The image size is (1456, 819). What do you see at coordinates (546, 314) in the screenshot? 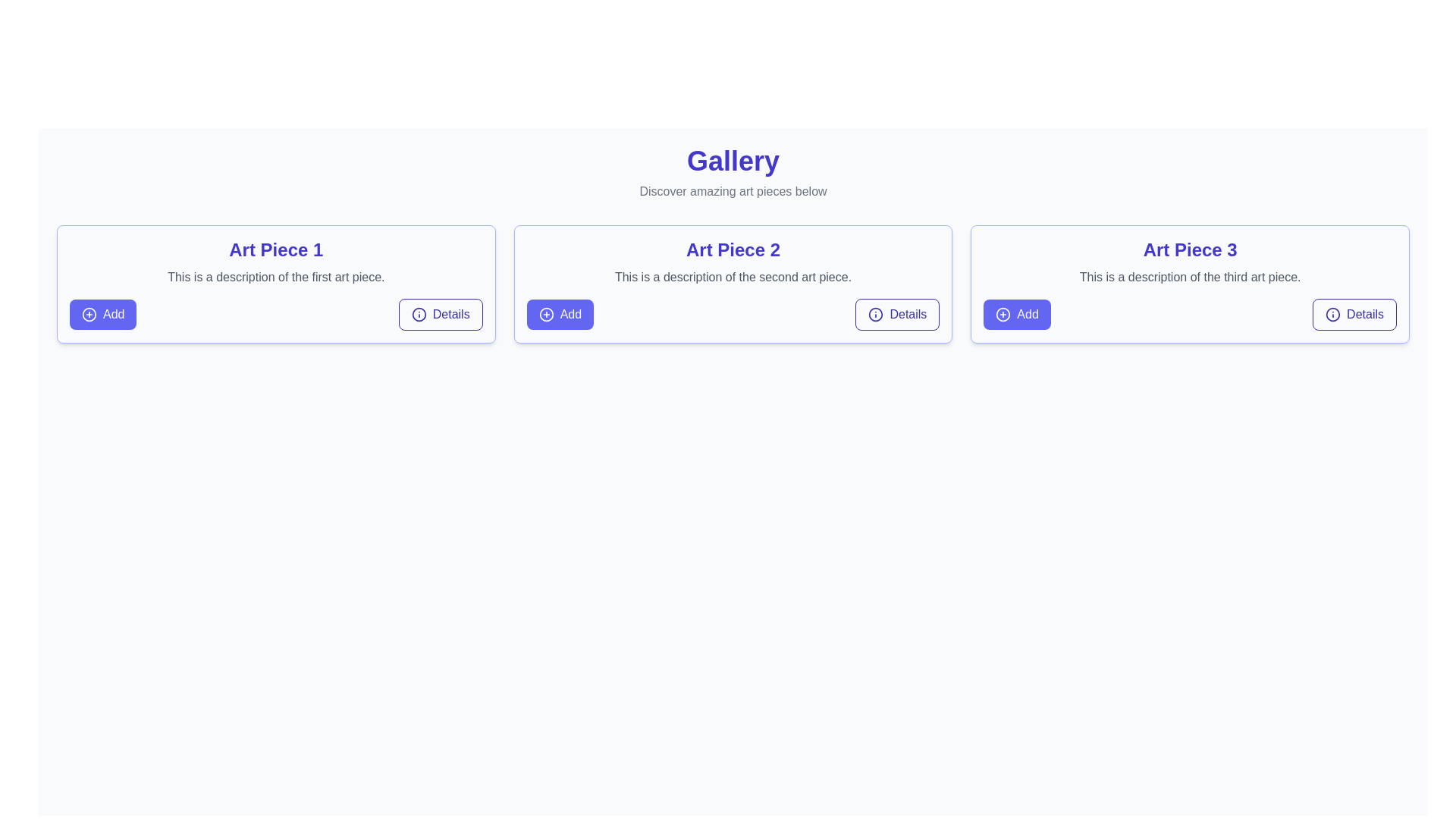
I see `the circular icon with a plus sign, which is part of the 'Add' button located in the second card titled 'Art Piece 2'` at bounding box center [546, 314].